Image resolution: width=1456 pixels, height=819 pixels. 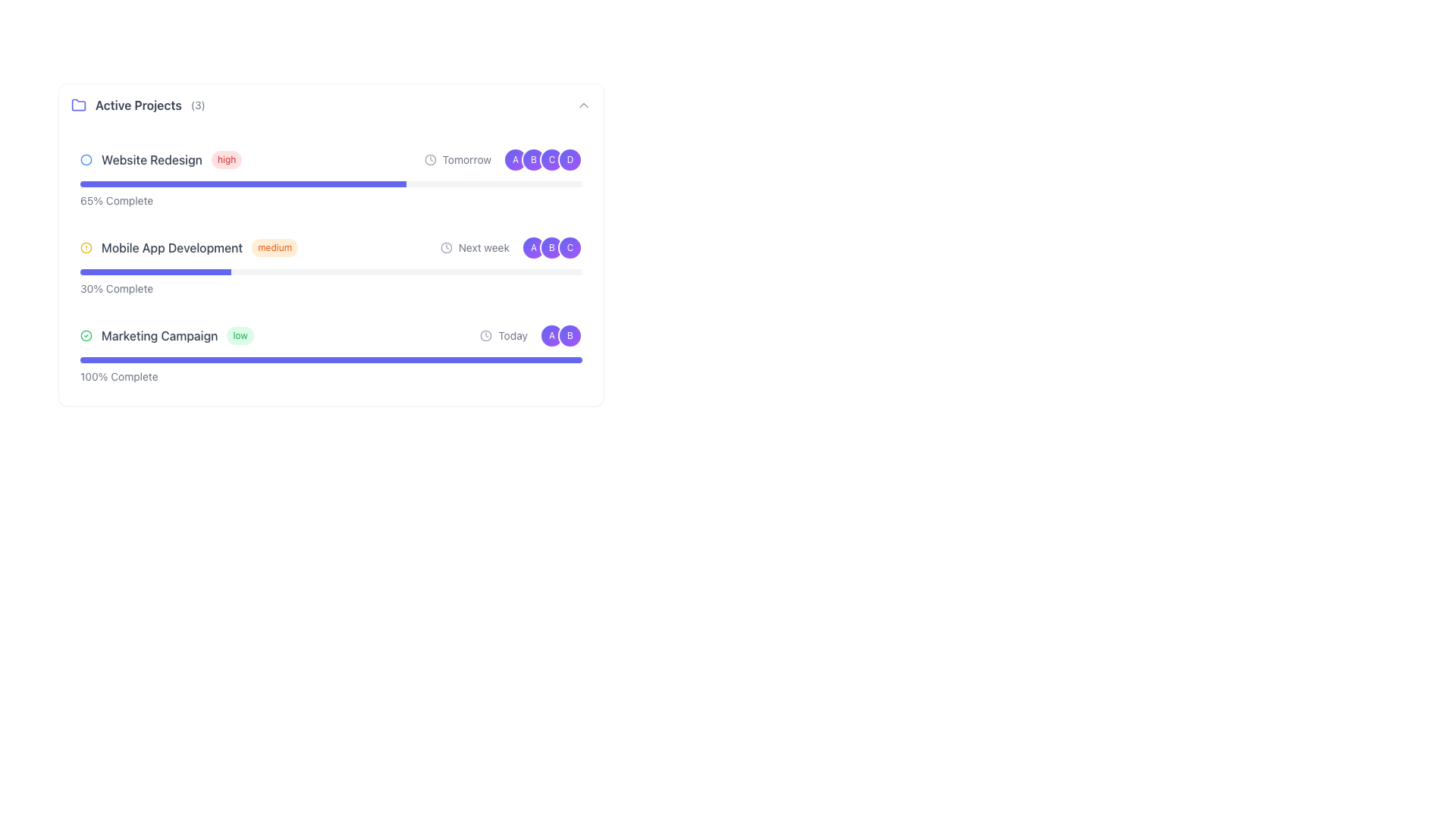 I want to click on the '+' button represented within a circle located at the bottom right corner of the 'Marketing Campaign' row, so click(x=554, y=376).